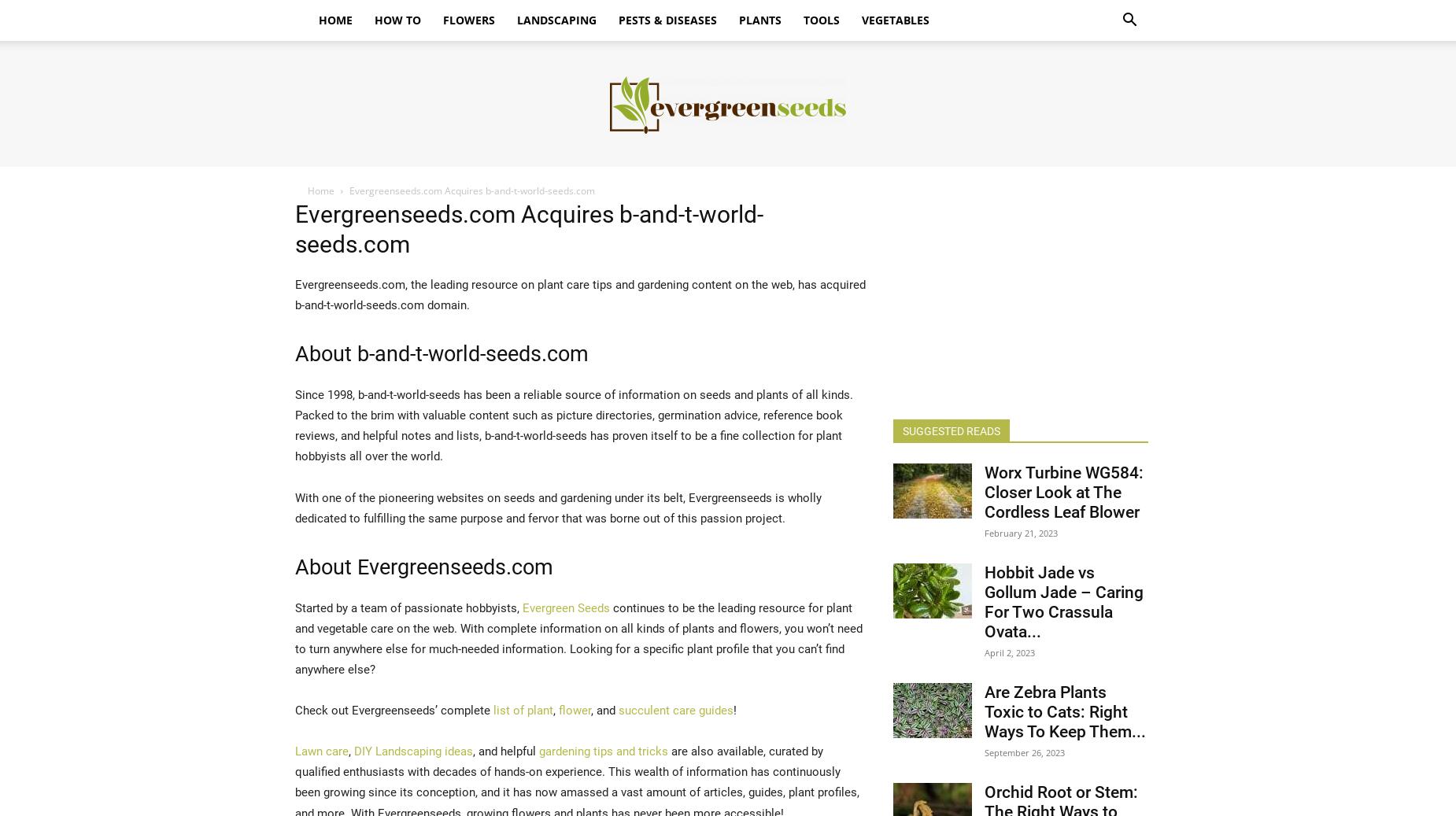  Describe the element at coordinates (619, 711) in the screenshot. I see `'succulent care guides'` at that location.